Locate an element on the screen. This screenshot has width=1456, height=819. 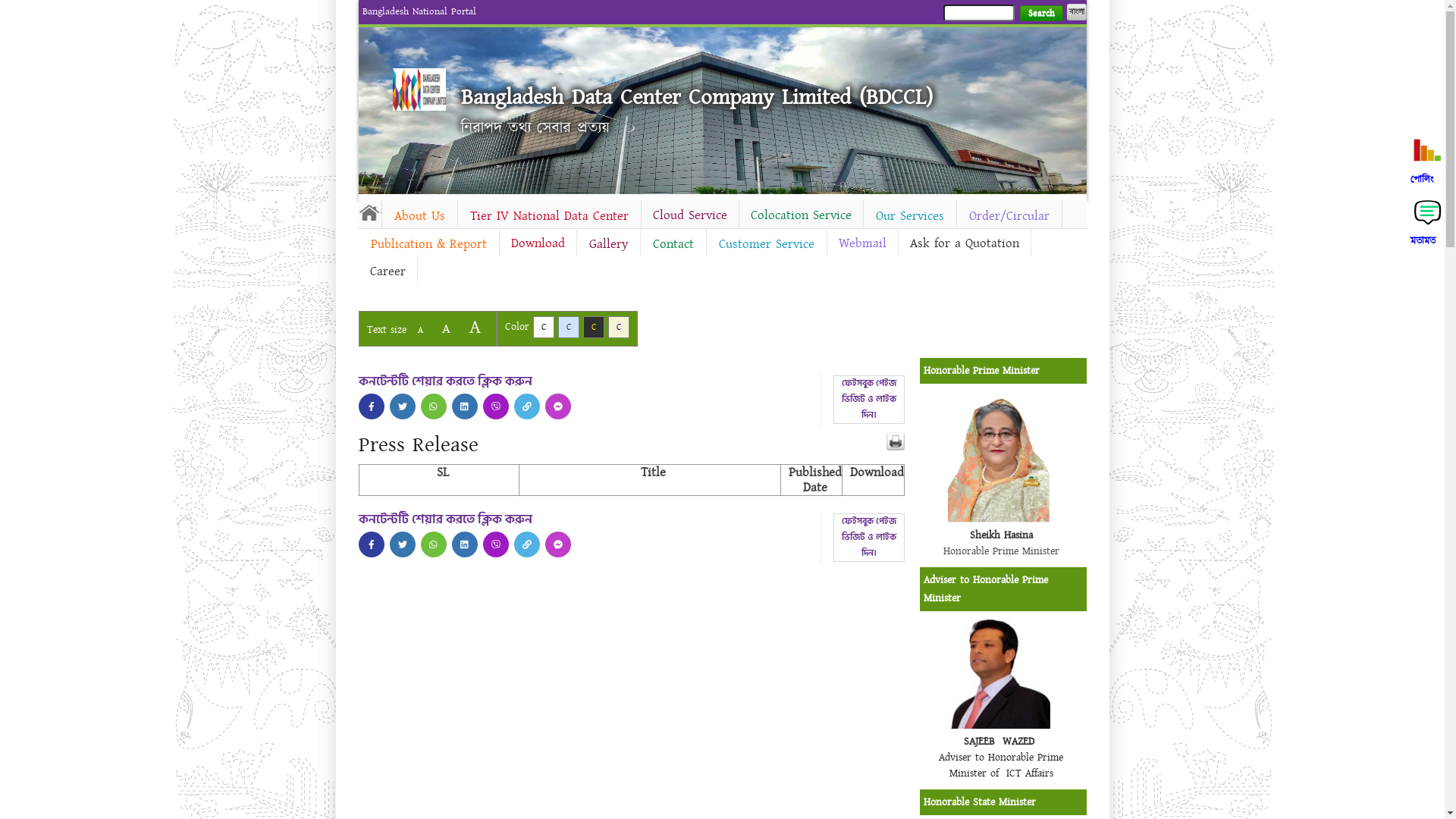
'C' is located at coordinates (619, 326).